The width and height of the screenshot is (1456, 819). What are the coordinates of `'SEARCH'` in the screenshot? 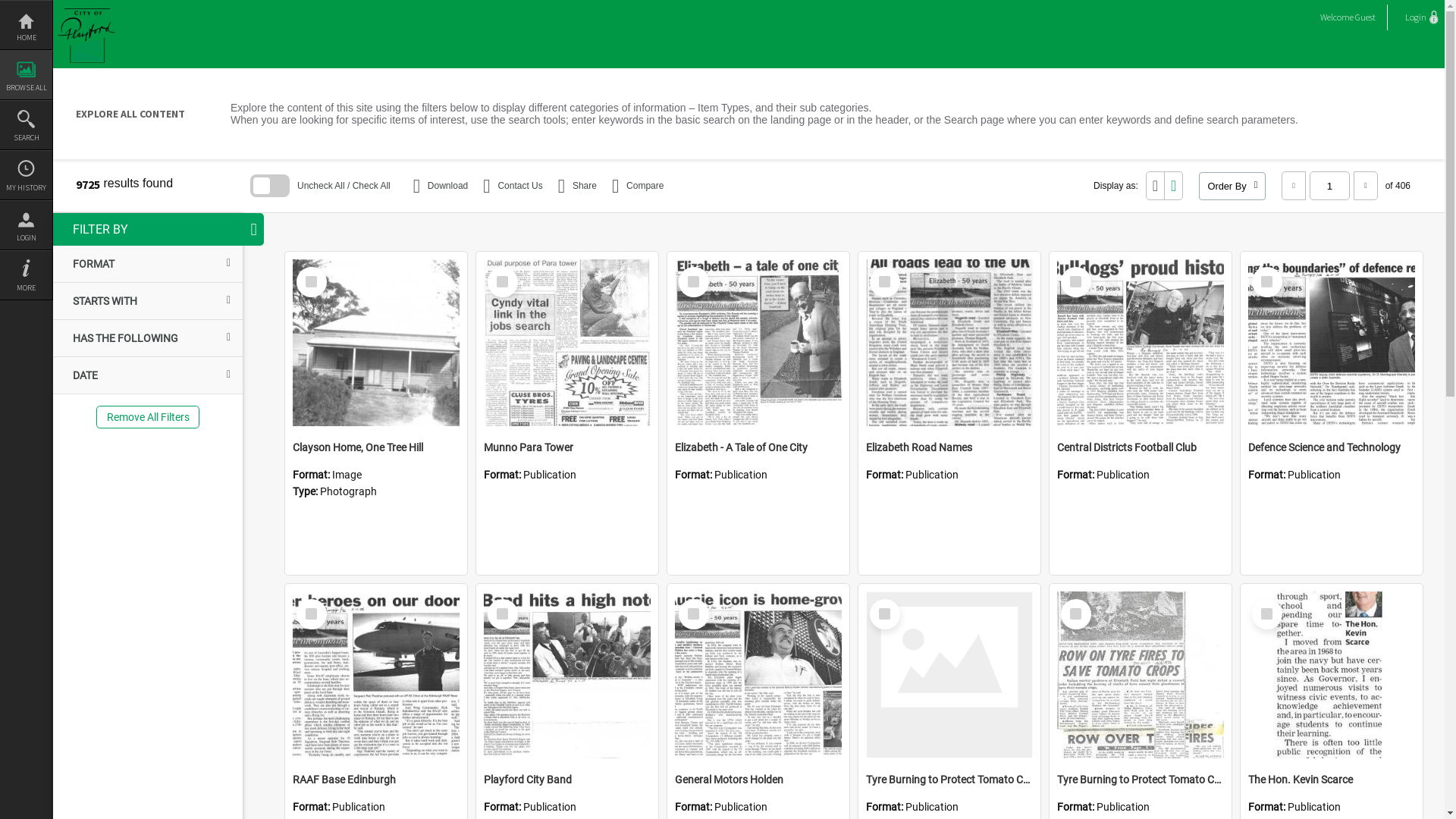 It's located at (26, 124).